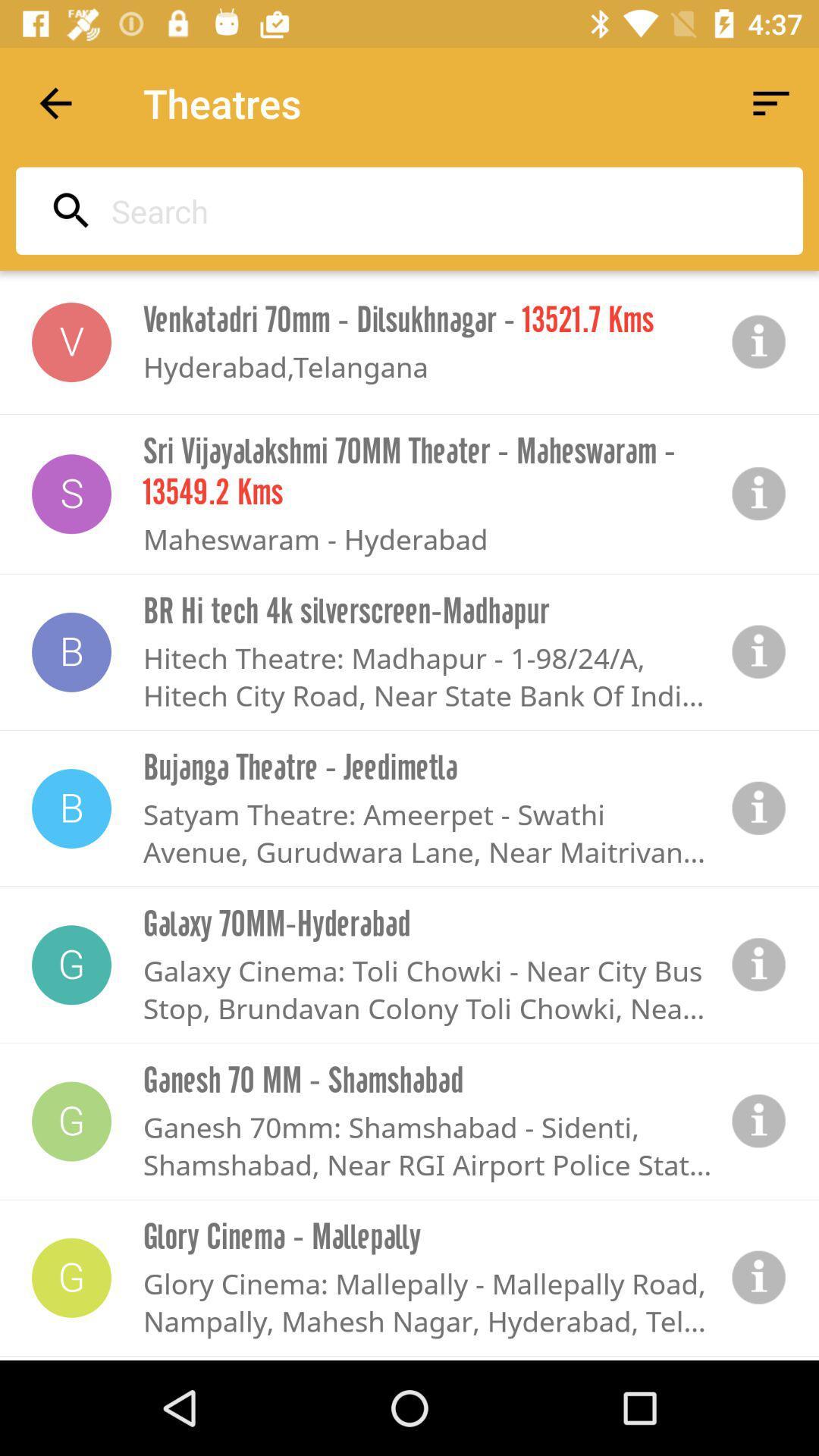  Describe the element at coordinates (759, 1121) in the screenshot. I see `show information` at that location.